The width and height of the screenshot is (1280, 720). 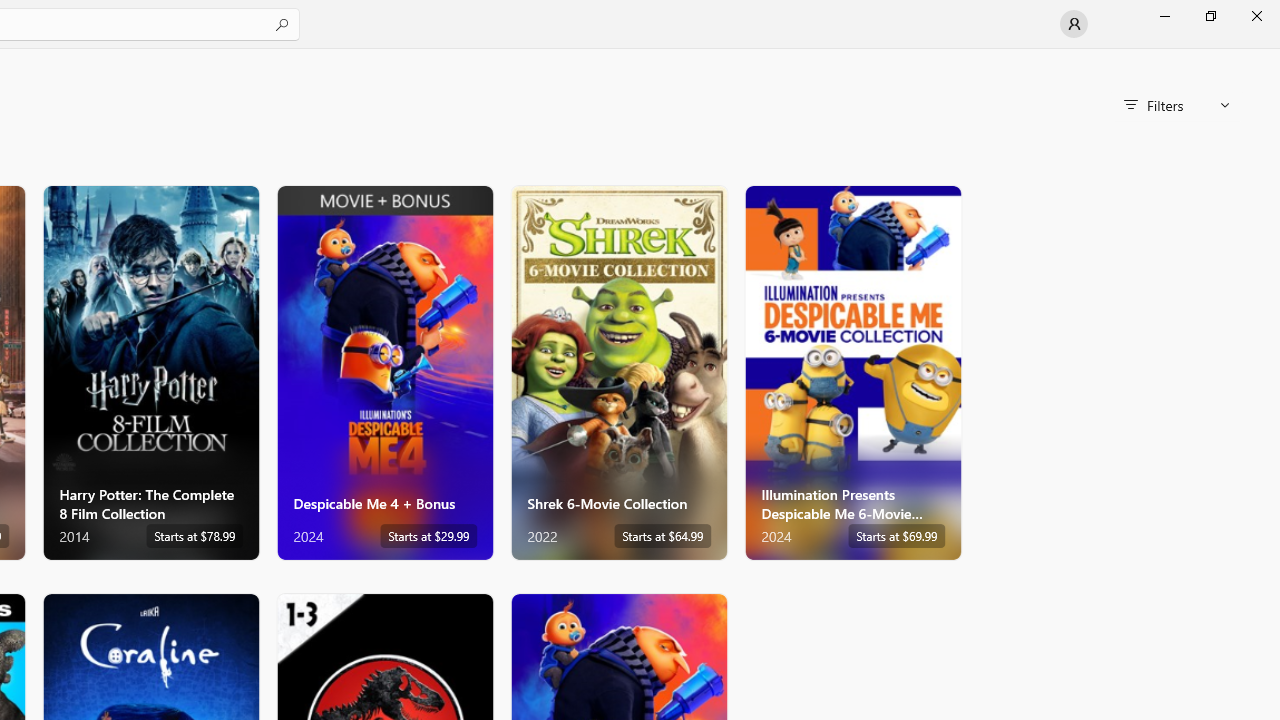 I want to click on 'Vertical Small Decrease', so click(x=1271, y=54).